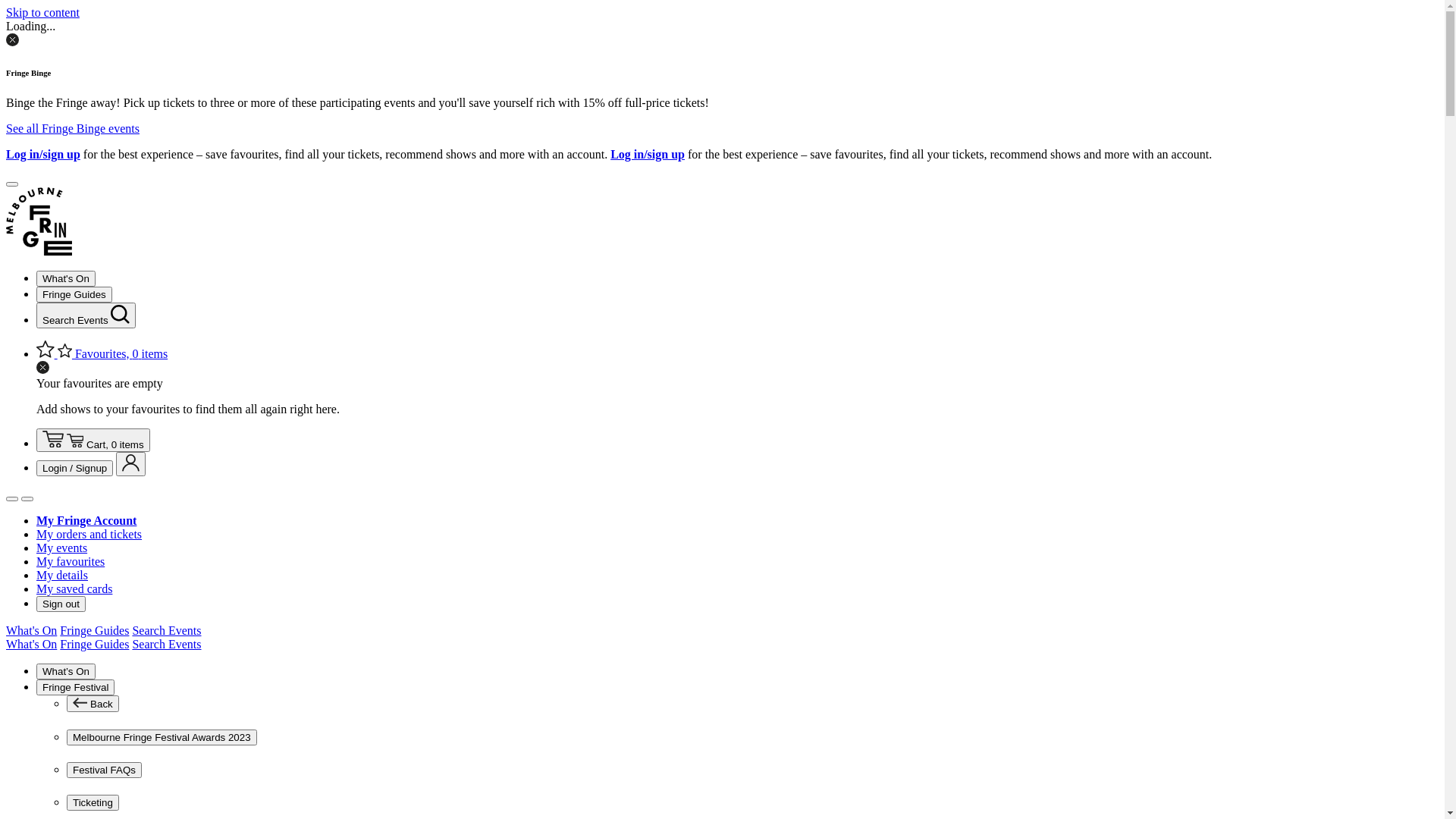 Image resolution: width=1456 pixels, height=819 pixels. I want to click on 'What's On', so click(31, 644).